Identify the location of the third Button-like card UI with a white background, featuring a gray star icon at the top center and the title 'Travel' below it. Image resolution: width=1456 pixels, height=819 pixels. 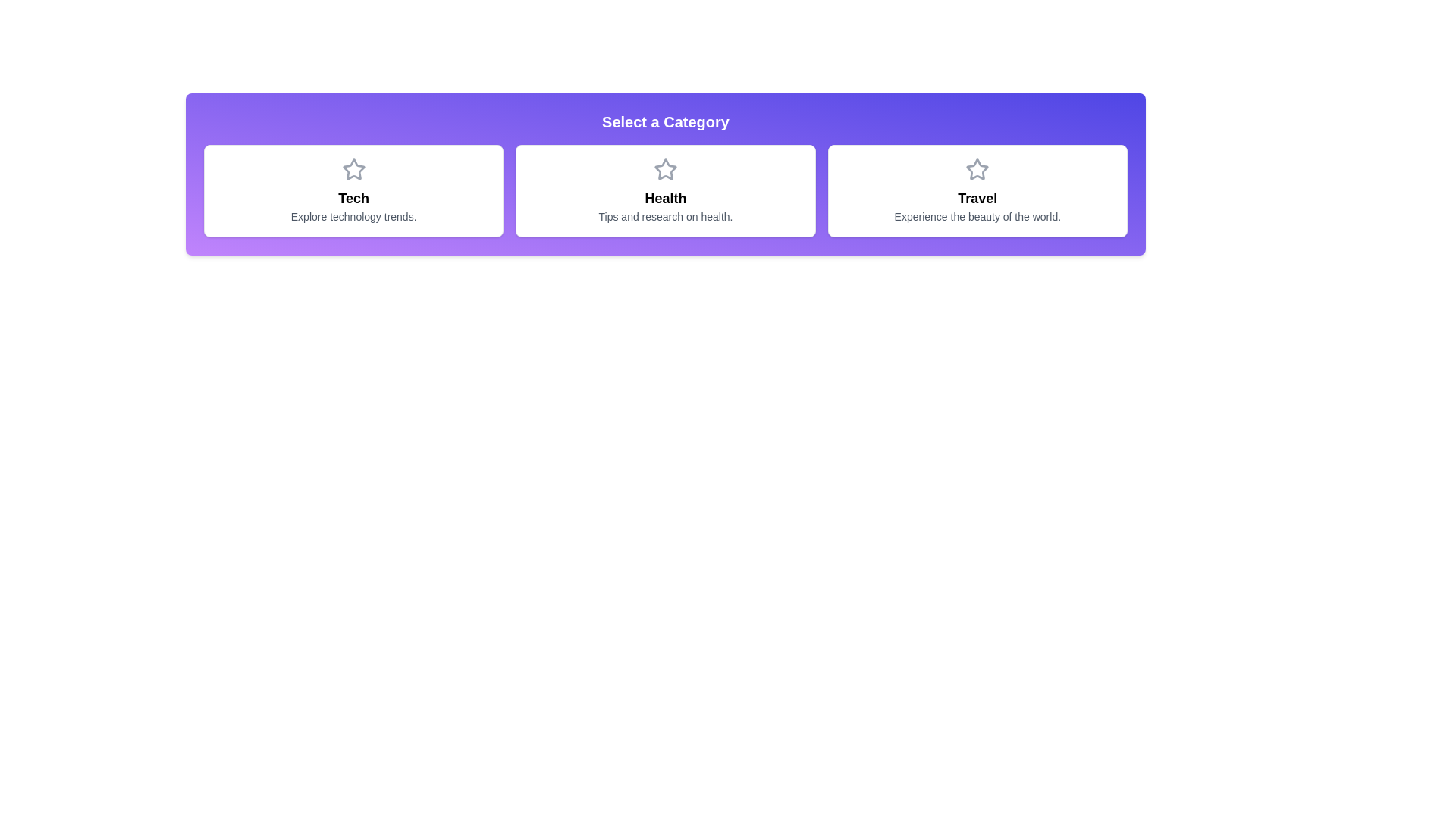
(977, 190).